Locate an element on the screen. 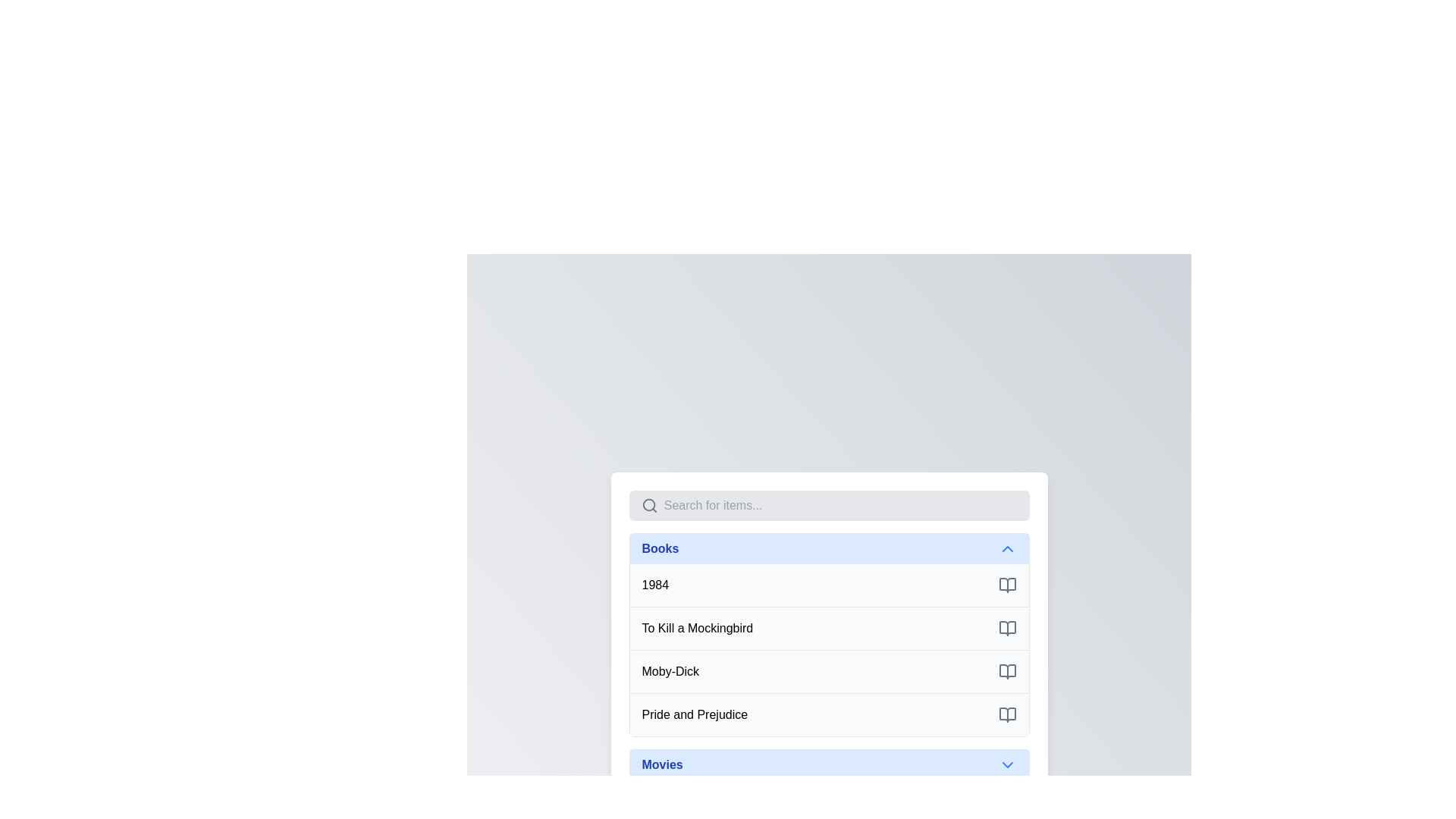  the circle within the magnifying glass icon located to the left of the 'Search for items...' input field is located at coordinates (648, 504).